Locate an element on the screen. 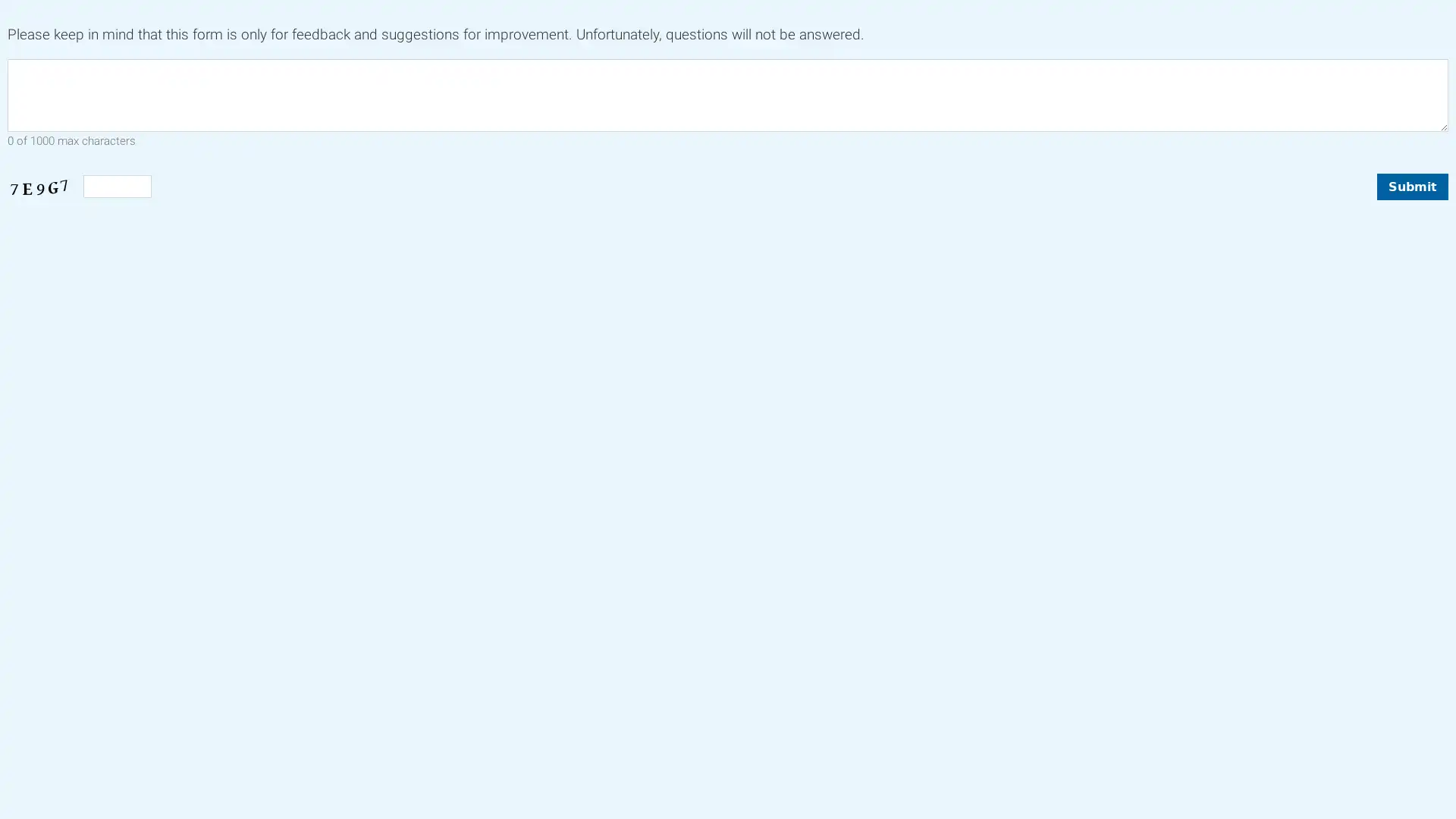 The height and width of the screenshot is (819, 1456). Submit is located at coordinates (1411, 185).